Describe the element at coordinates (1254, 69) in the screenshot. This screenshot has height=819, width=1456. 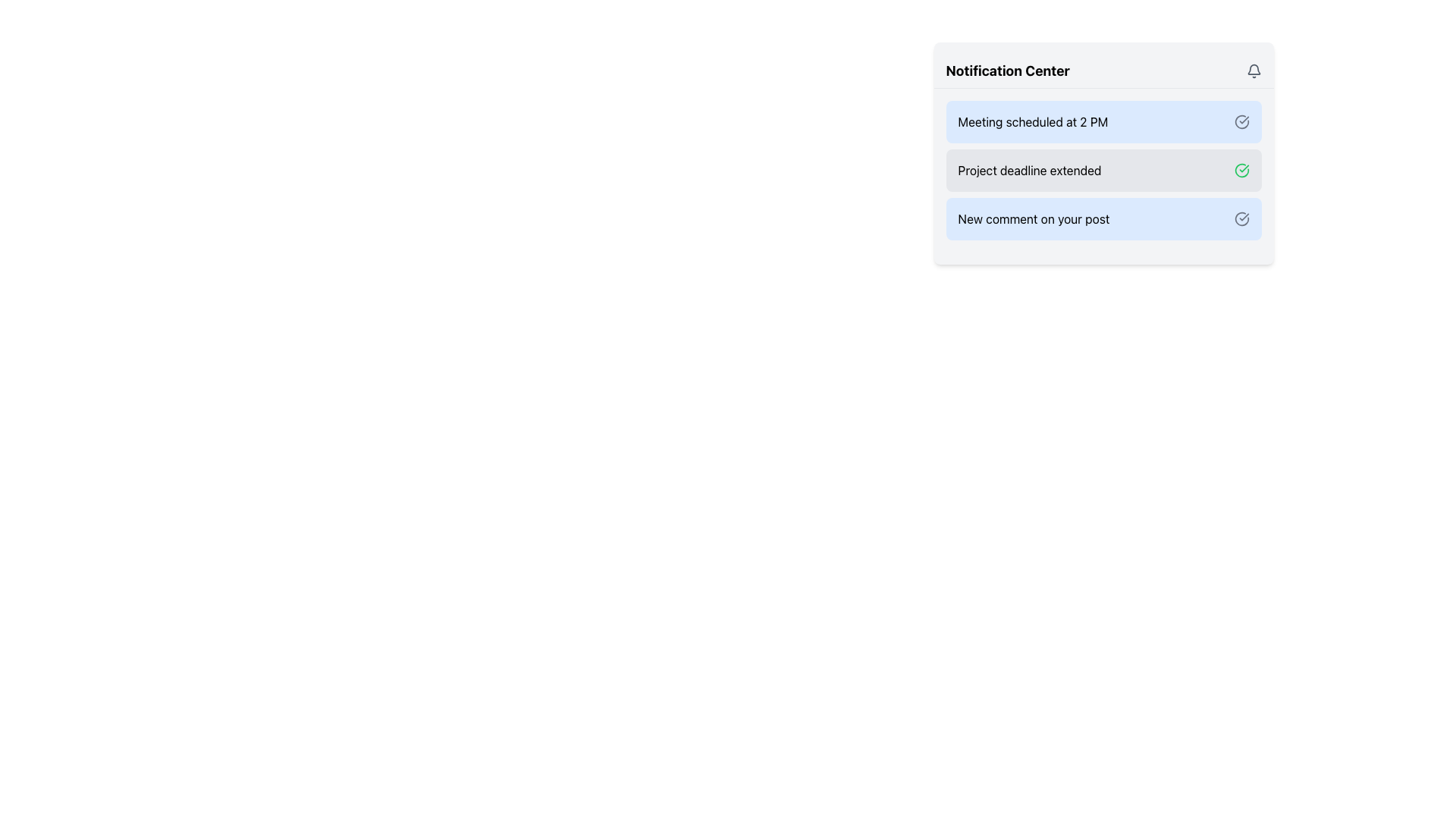
I see `the bell-shaped notification icon located at the top-right corner of the notification center panel` at that location.